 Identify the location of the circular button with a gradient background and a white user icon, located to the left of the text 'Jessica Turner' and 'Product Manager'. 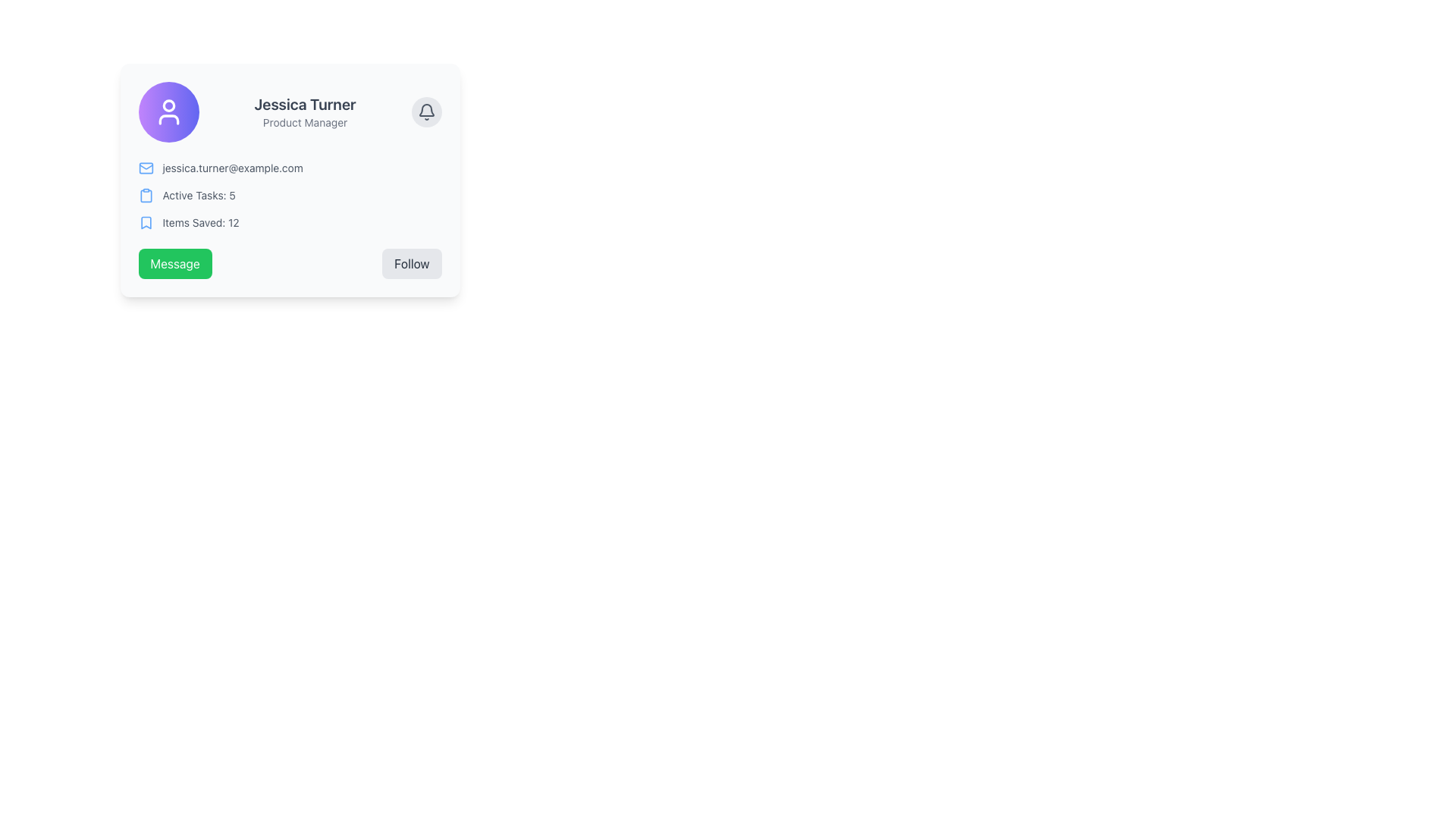
(168, 111).